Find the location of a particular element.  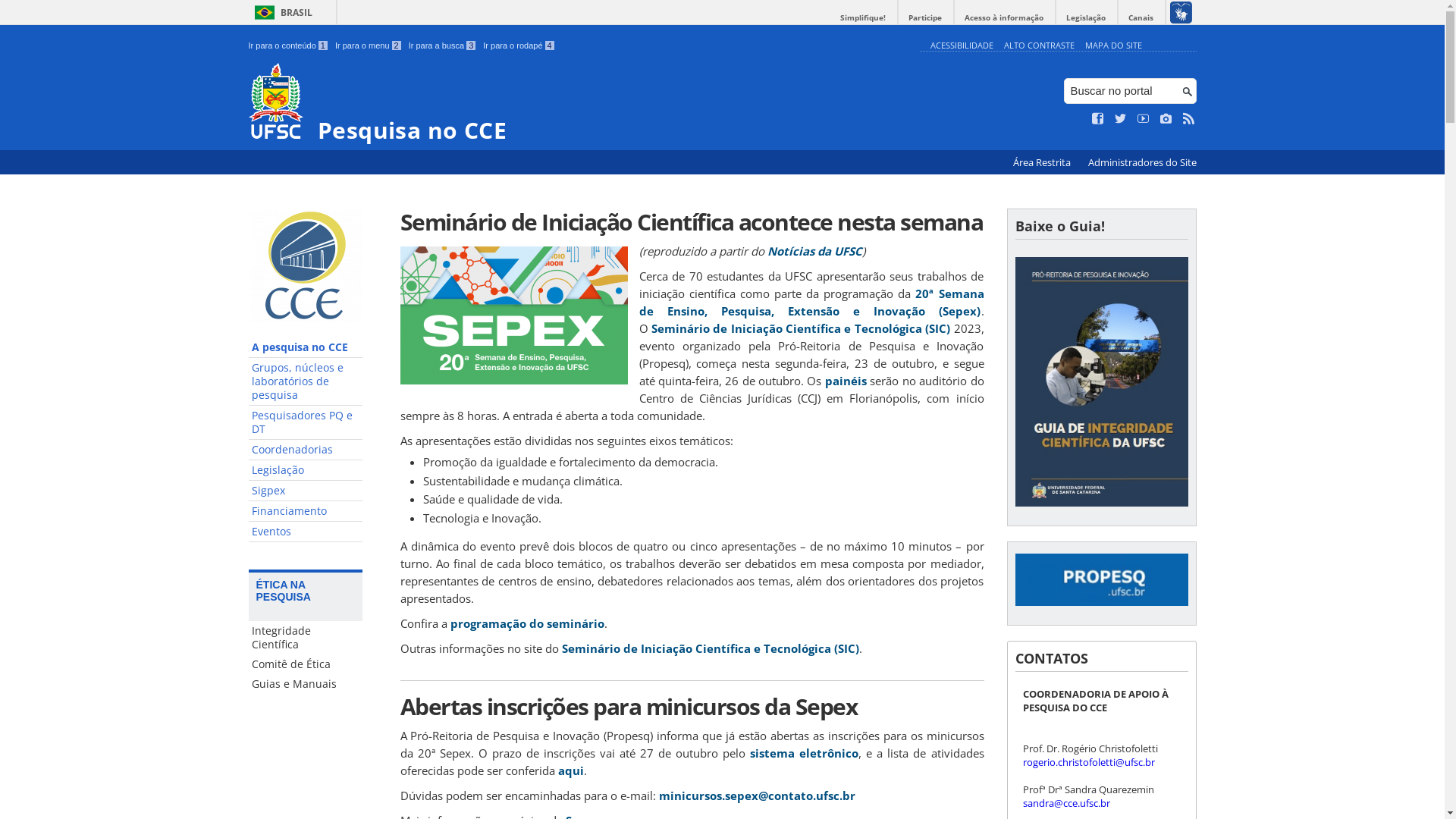

'MAPA DO SITE' is located at coordinates (1112, 44).